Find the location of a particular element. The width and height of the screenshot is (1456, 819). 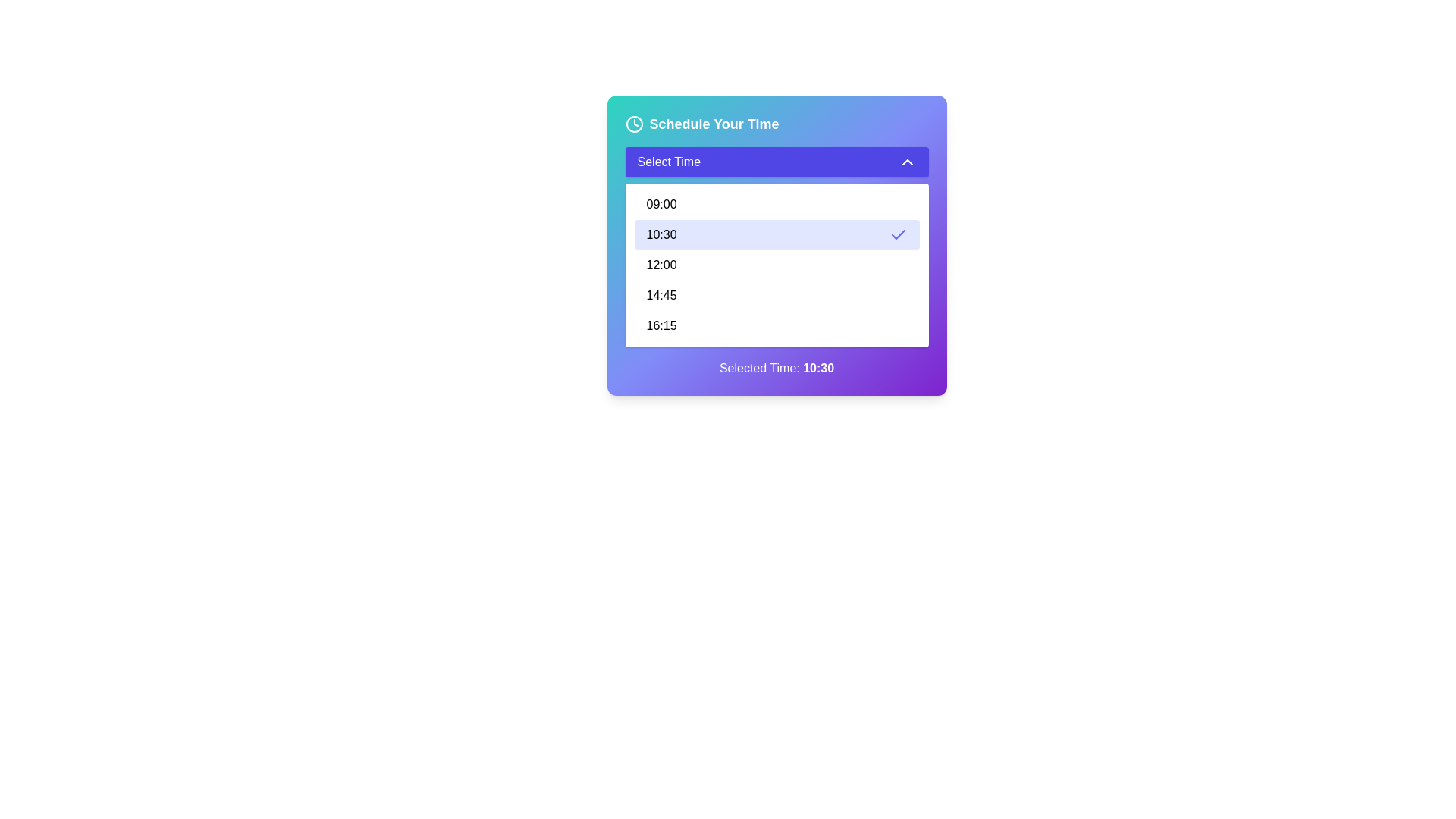

the selectable time slot item in the scheduling interface that sets the time to '10:30' is located at coordinates (777, 234).